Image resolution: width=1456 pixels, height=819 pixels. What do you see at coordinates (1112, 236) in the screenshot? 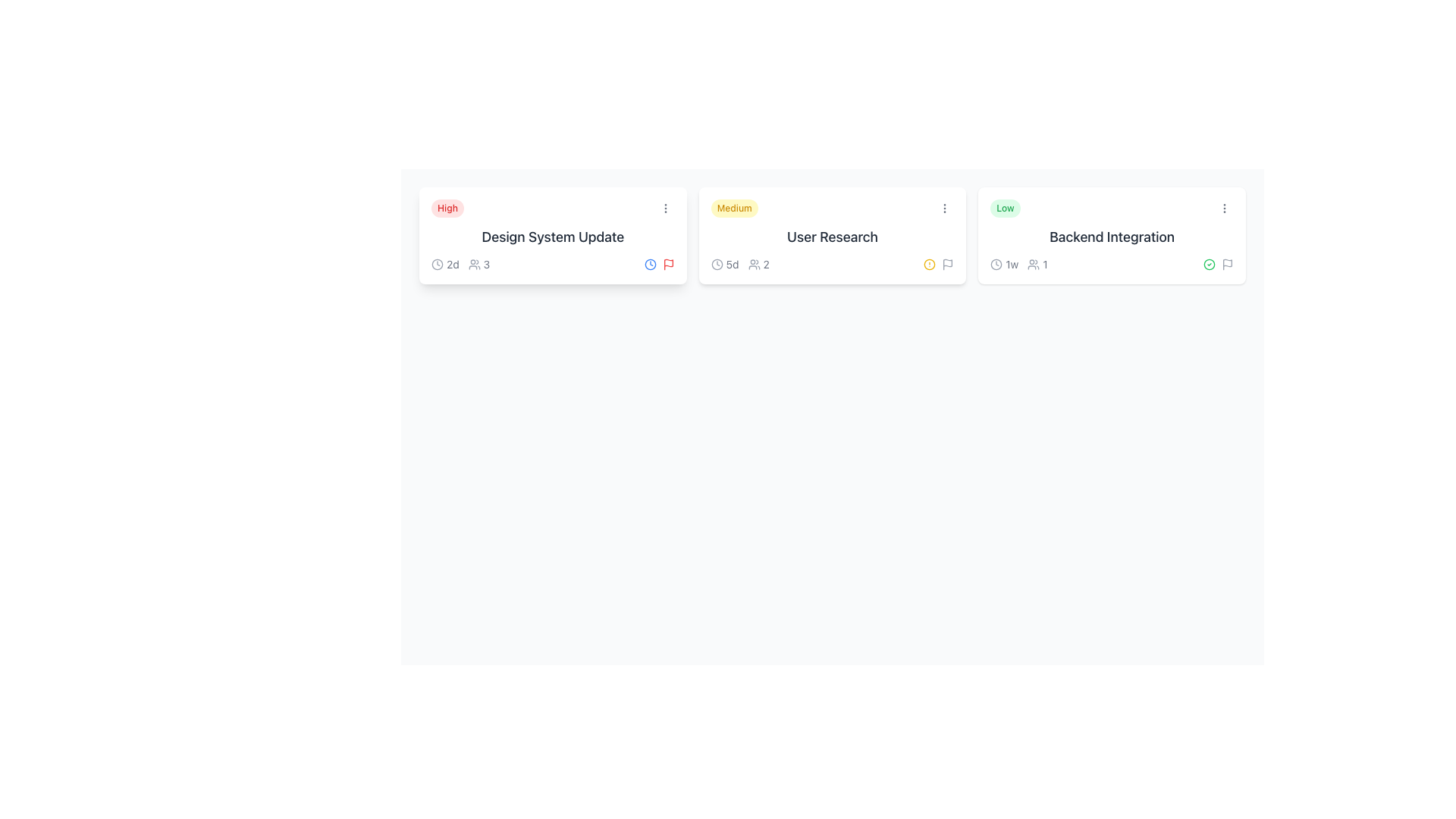
I see `text content from the information display component that conveys details about the task titled 'Backend Integration', located as the third card in the row` at bounding box center [1112, 236].